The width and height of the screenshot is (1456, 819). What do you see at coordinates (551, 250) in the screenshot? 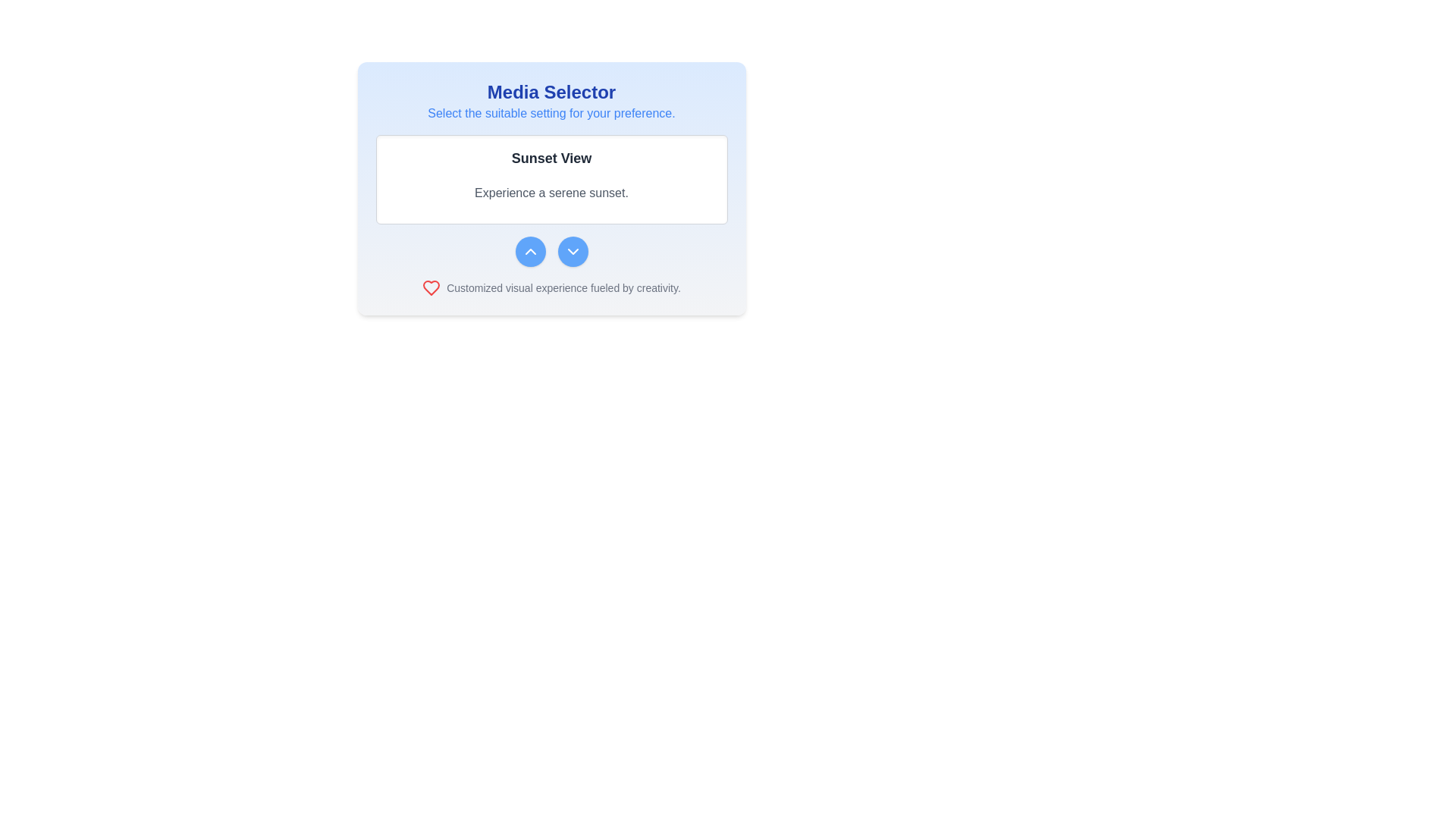
I see `the upward arrow button of the interactive button pair located below the 'Sunset View' title to increment a value` at bounding box center [551, 250].